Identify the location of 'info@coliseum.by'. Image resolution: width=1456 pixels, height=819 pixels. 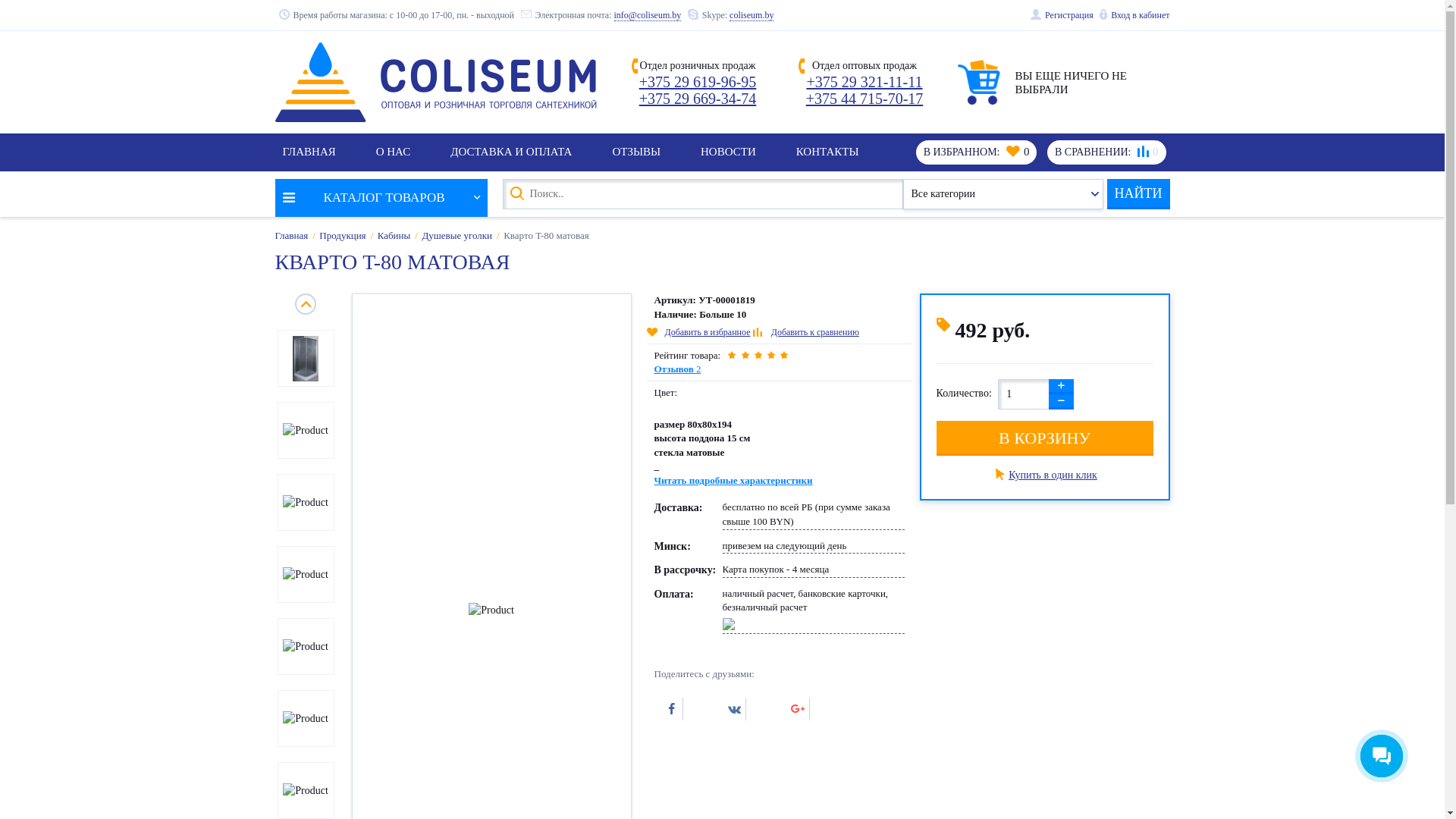
(648, 15).